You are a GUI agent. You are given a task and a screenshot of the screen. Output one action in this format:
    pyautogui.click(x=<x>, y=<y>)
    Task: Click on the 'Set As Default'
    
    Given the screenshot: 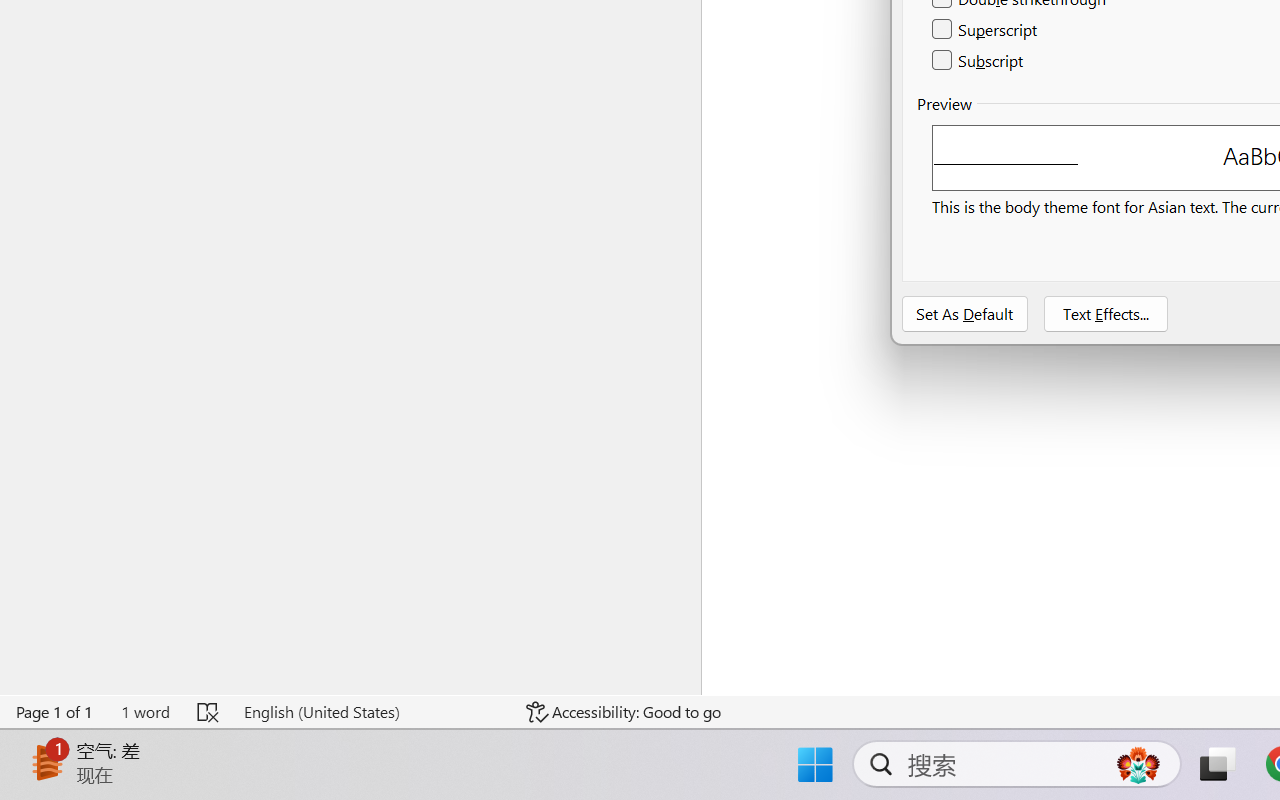 What is the action you would take?
    pyautogui.click(x=965, y=313)
    